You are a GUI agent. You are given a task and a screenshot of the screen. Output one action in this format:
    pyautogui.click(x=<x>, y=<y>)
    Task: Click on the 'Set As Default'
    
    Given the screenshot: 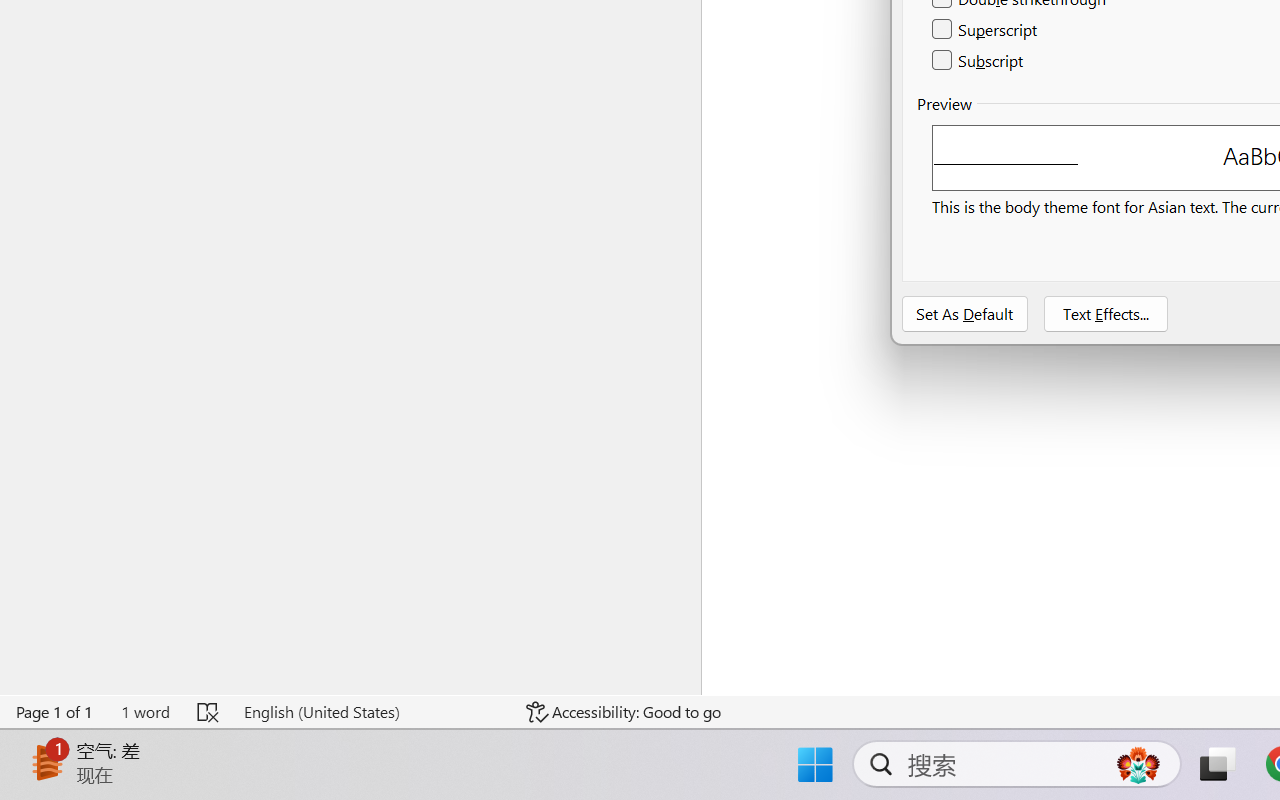 What is the action you would take?
    pyautogui.click(x=965, y=313)
    